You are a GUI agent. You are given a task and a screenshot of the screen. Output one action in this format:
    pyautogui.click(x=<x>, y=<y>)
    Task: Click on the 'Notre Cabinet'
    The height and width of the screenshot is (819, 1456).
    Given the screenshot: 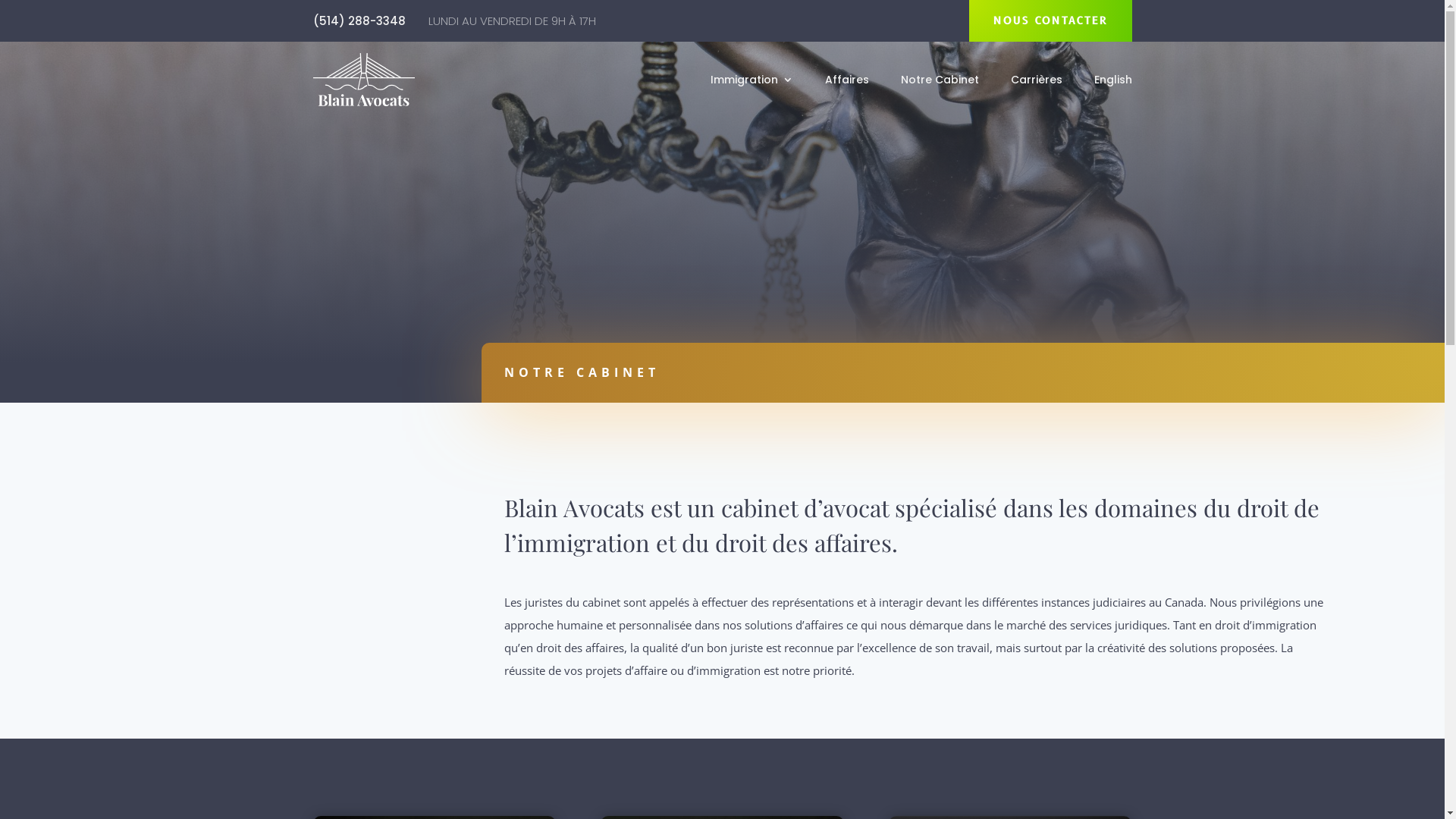 What is the action you would take?
    pyautogui.click(x=939, y=82)
    